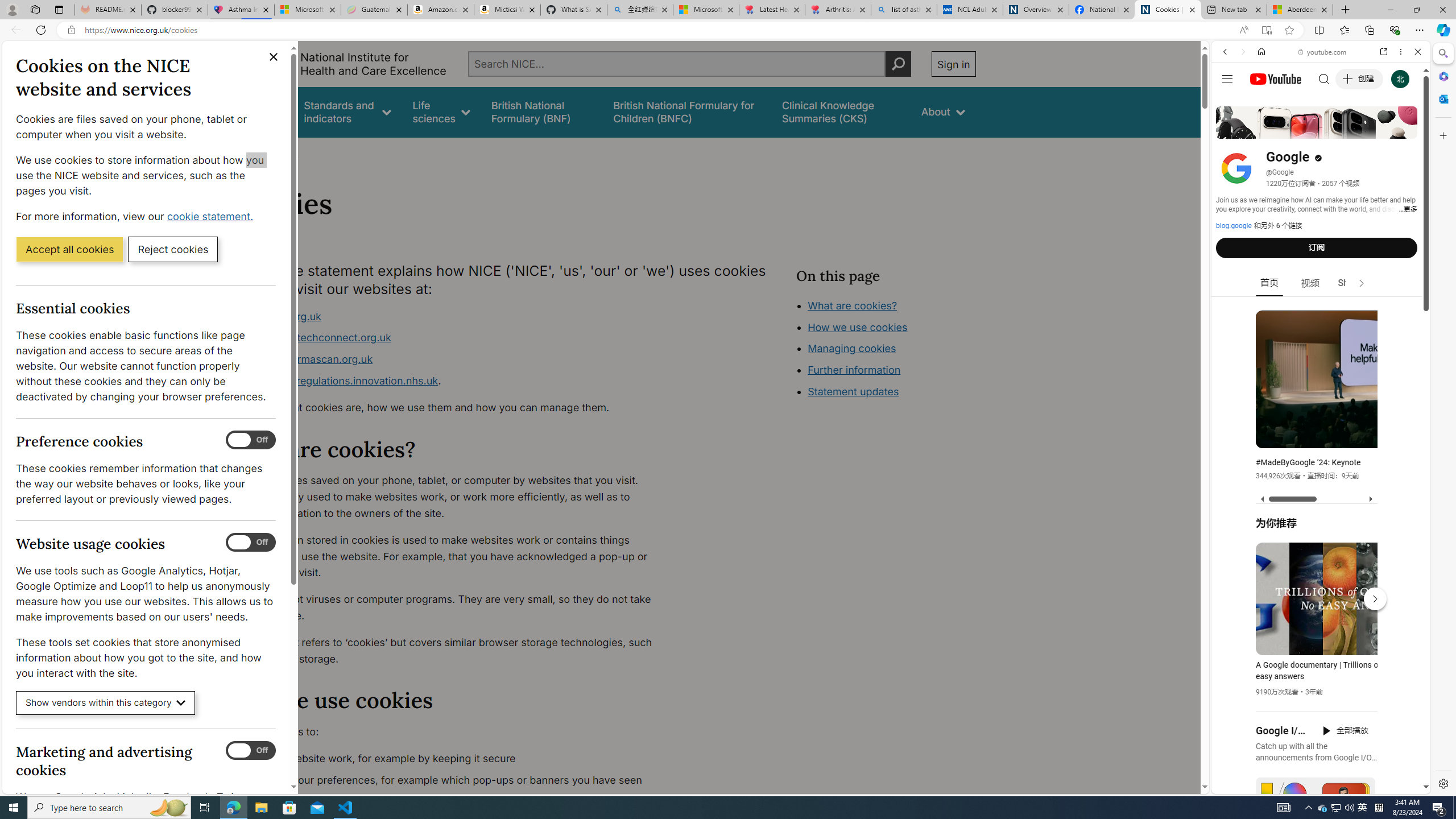 The width and height of the screenshot is (1456, 819). What do you see at coordinates (1360, 283) in the screenshot?
I see `'Class: style-scope tp-yt-iron-icon'` at bounding box center [1360, 283].